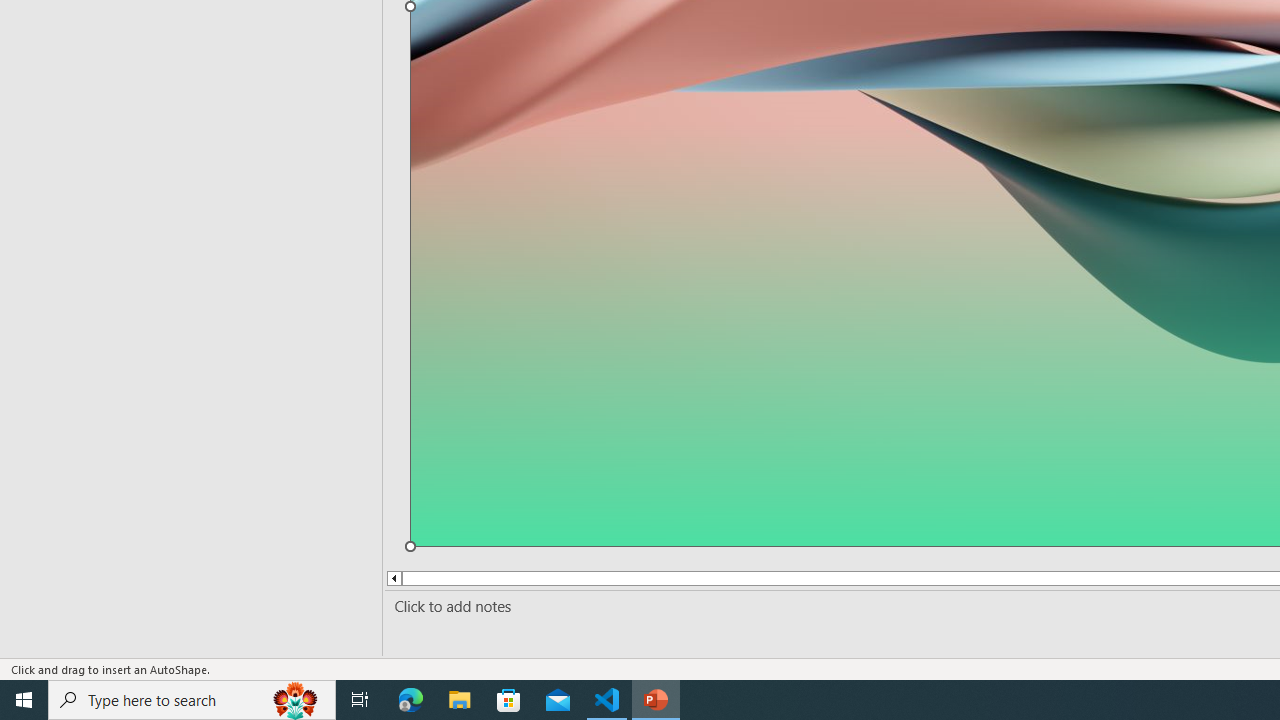 This screenshot has height=720, width=1280. What do you see at coordinates (509, 698) in the screenshot?
I see `'Microsoft Store'` at bounding box center [509, 698].